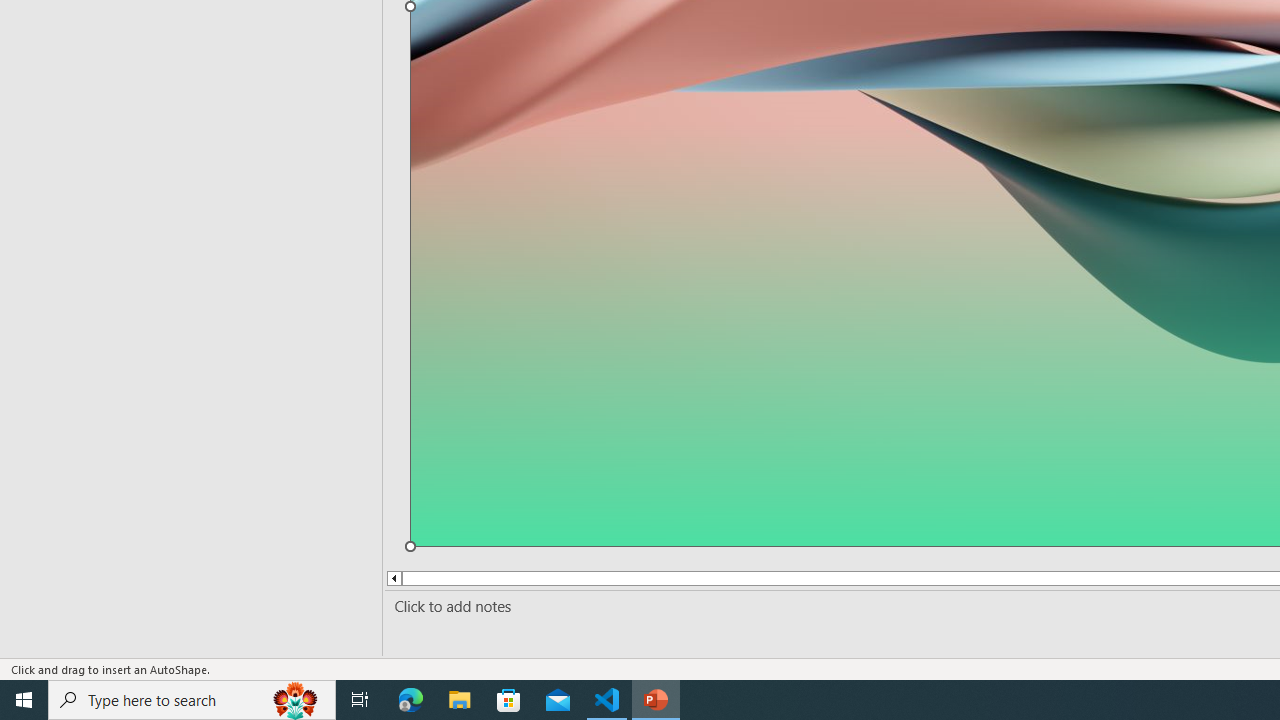 This screenshot has height=720, width=1280. What do you see at coordinates (509, 698) in the screenshot?
I see `'Microsoft Store'` at bounding box center [509, 698].